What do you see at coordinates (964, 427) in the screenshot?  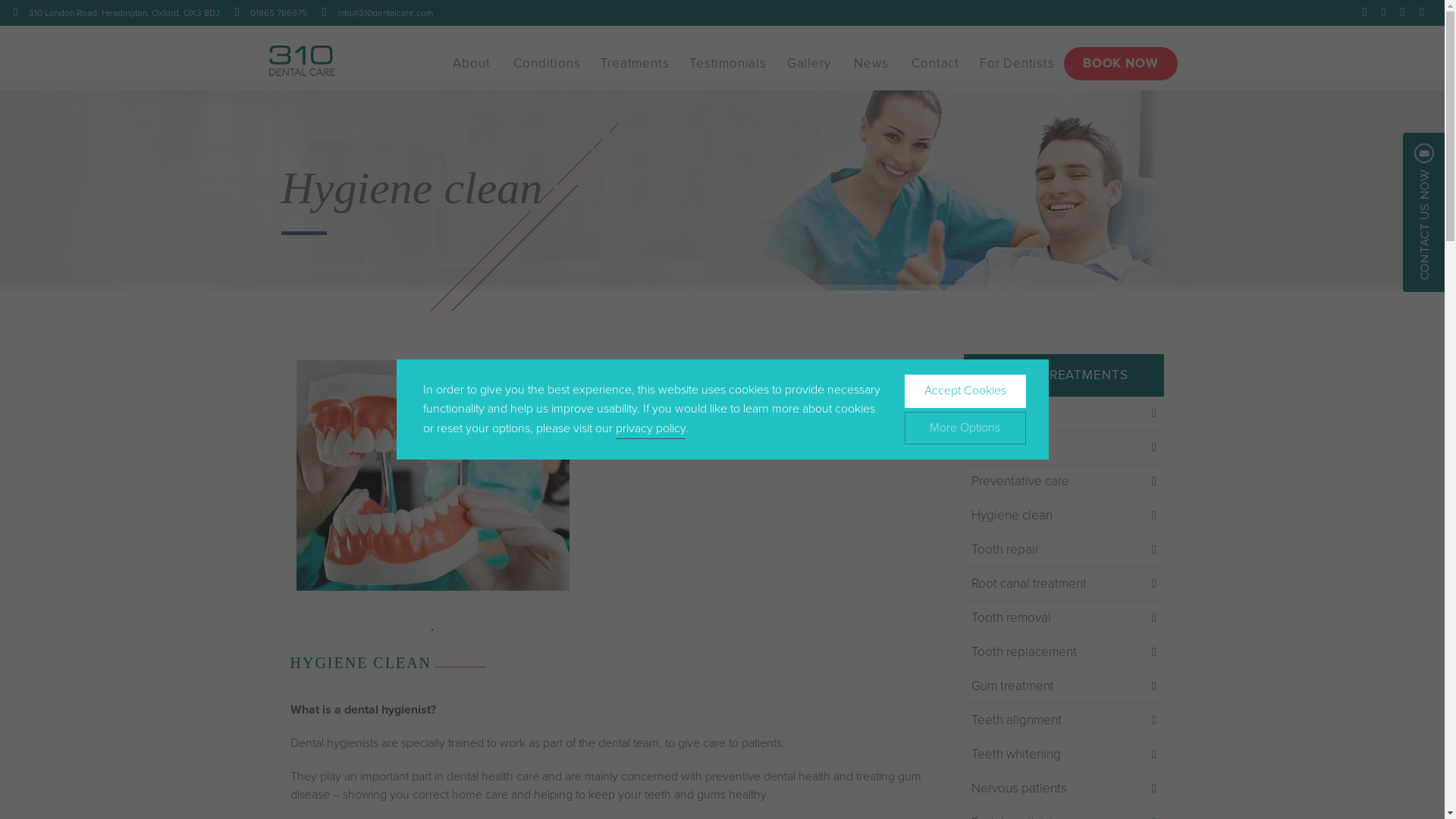 I see `'More Options'` at bounding box center [964, 427].